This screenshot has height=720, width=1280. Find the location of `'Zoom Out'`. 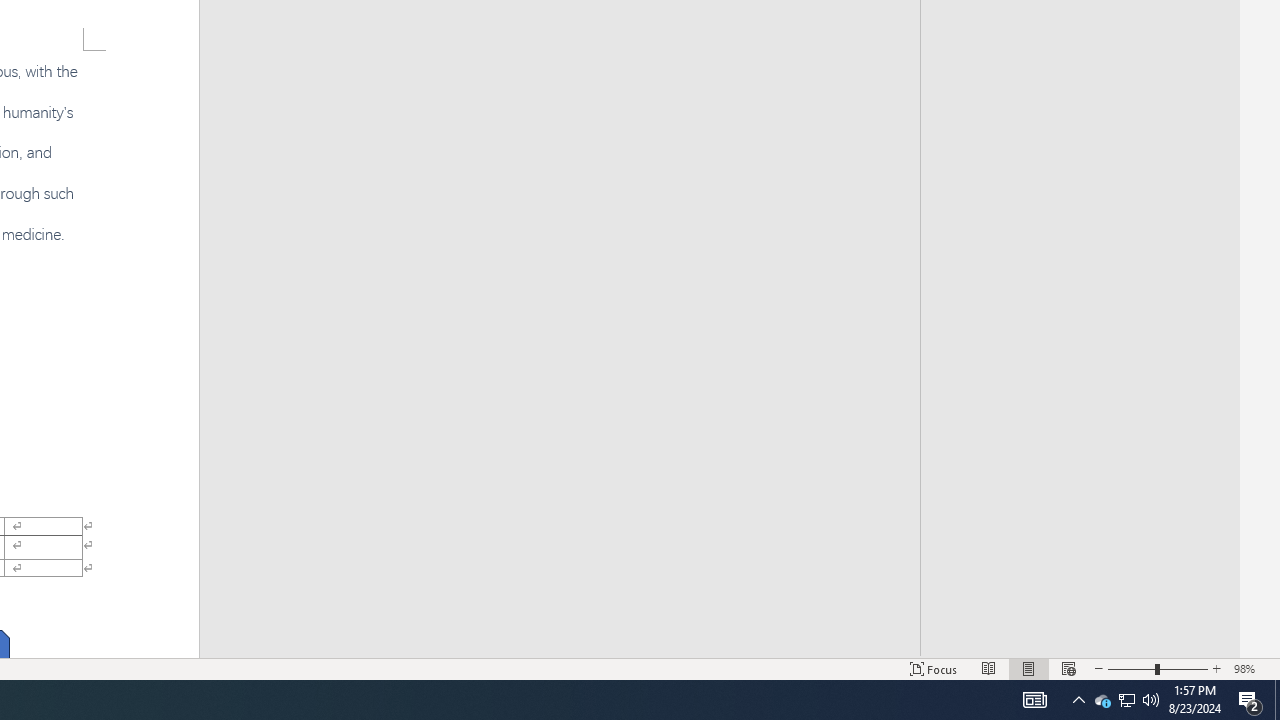

'Zoom Out' is located at coordinates (1131, 669).